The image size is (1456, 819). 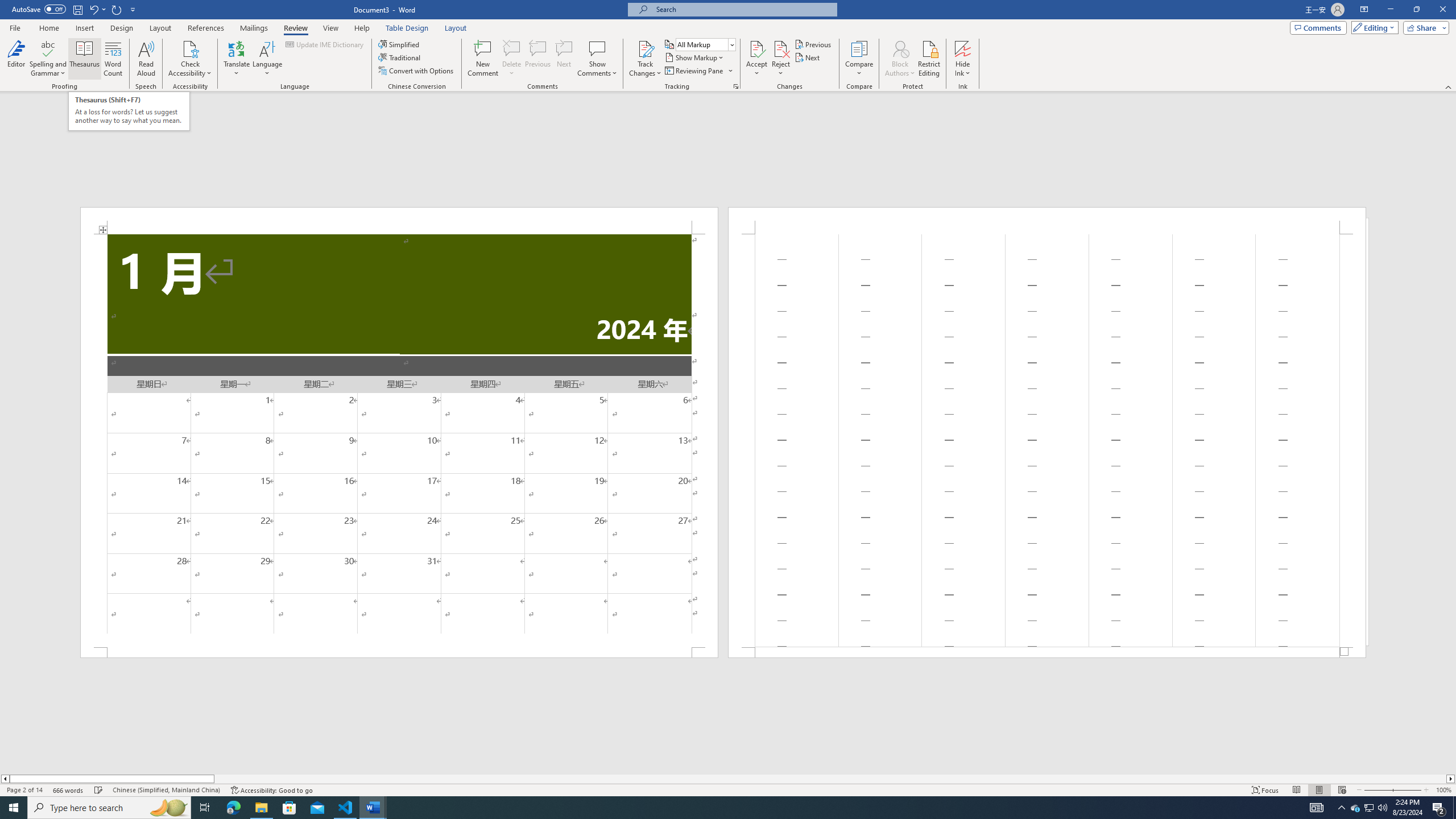 I want to click on 'Page 1 content', so click(x=399, y=440).